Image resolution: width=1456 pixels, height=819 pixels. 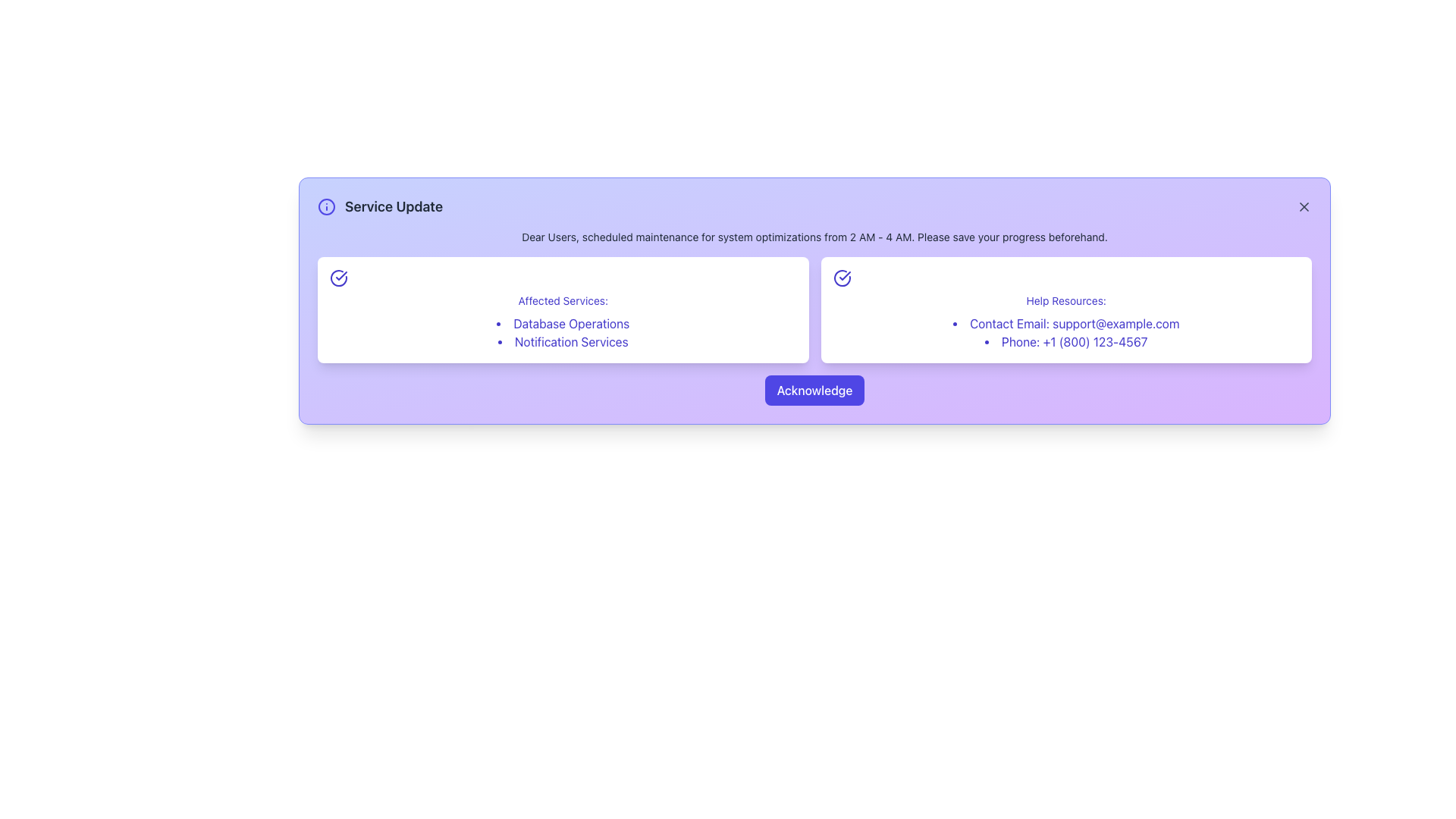 I want to click on the circular blue check mark icon located in the upper-left corner of the 'Help Resources' section, above the text 'Help Resources:', so click(x=841, y=278).